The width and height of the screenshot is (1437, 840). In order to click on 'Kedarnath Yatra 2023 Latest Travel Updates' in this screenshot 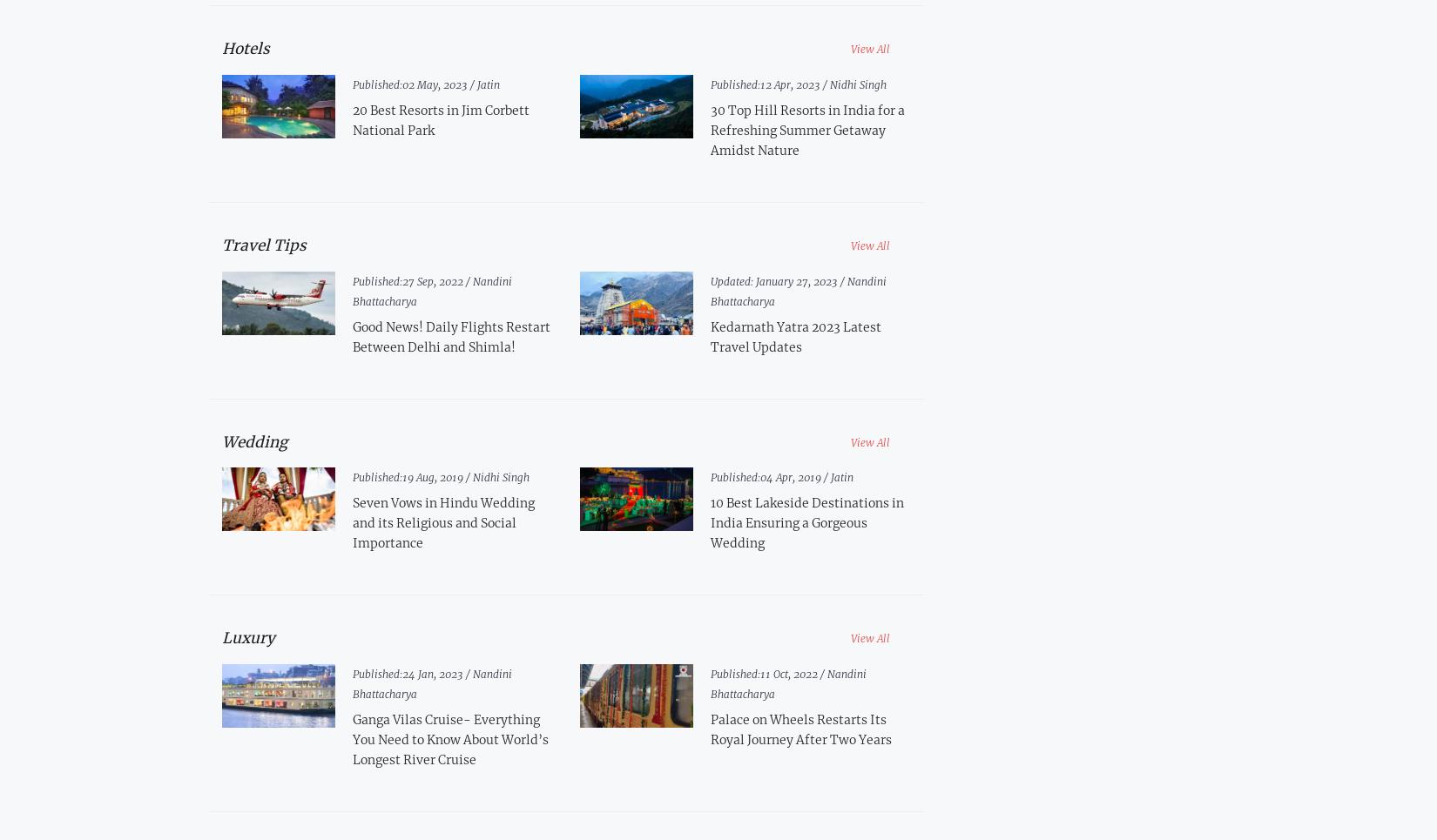, I will do `click(795, 335)`.